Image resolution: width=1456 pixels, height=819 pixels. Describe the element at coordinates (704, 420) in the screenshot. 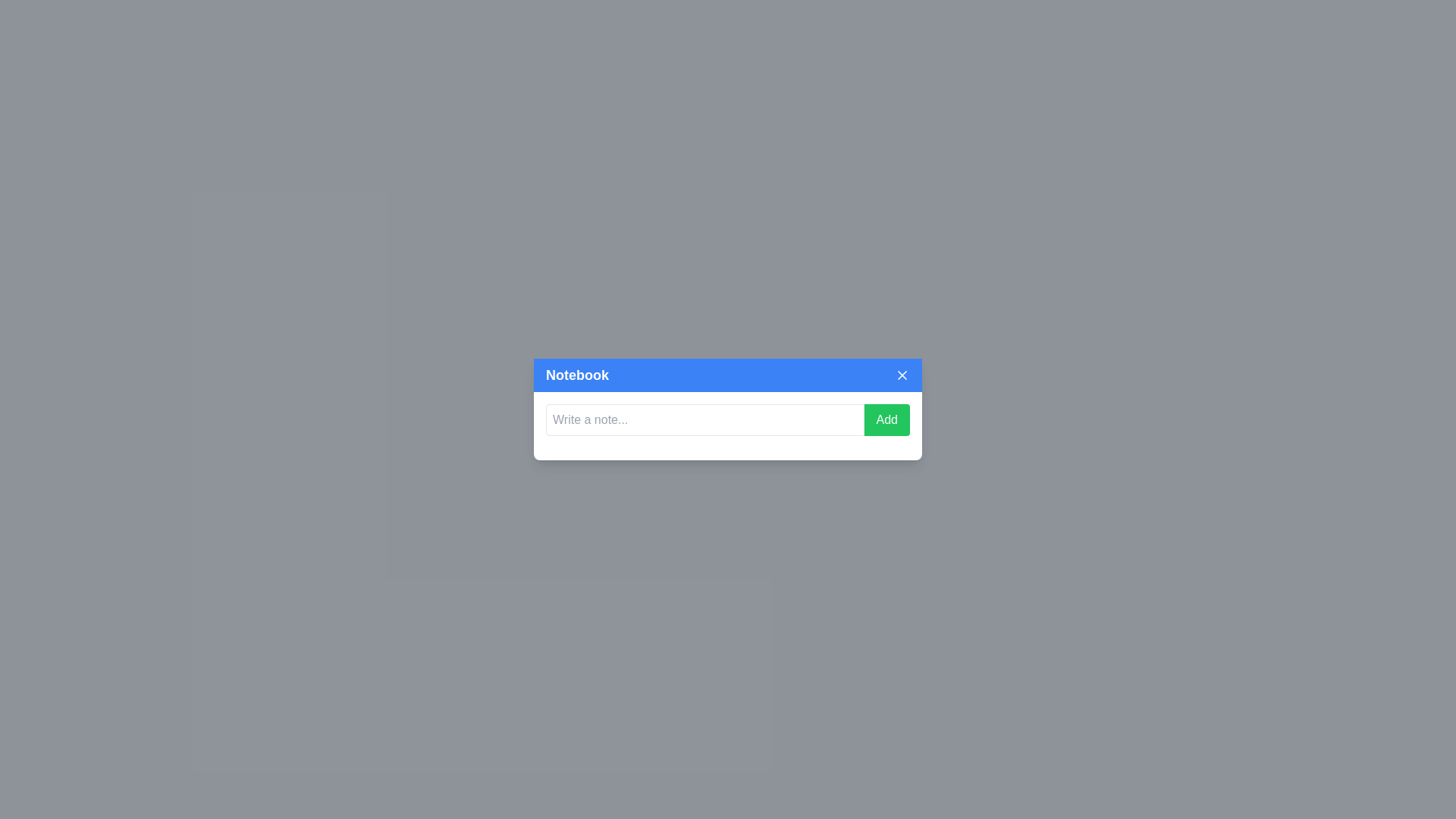

I see `the input field and type the desired note text` at that location.